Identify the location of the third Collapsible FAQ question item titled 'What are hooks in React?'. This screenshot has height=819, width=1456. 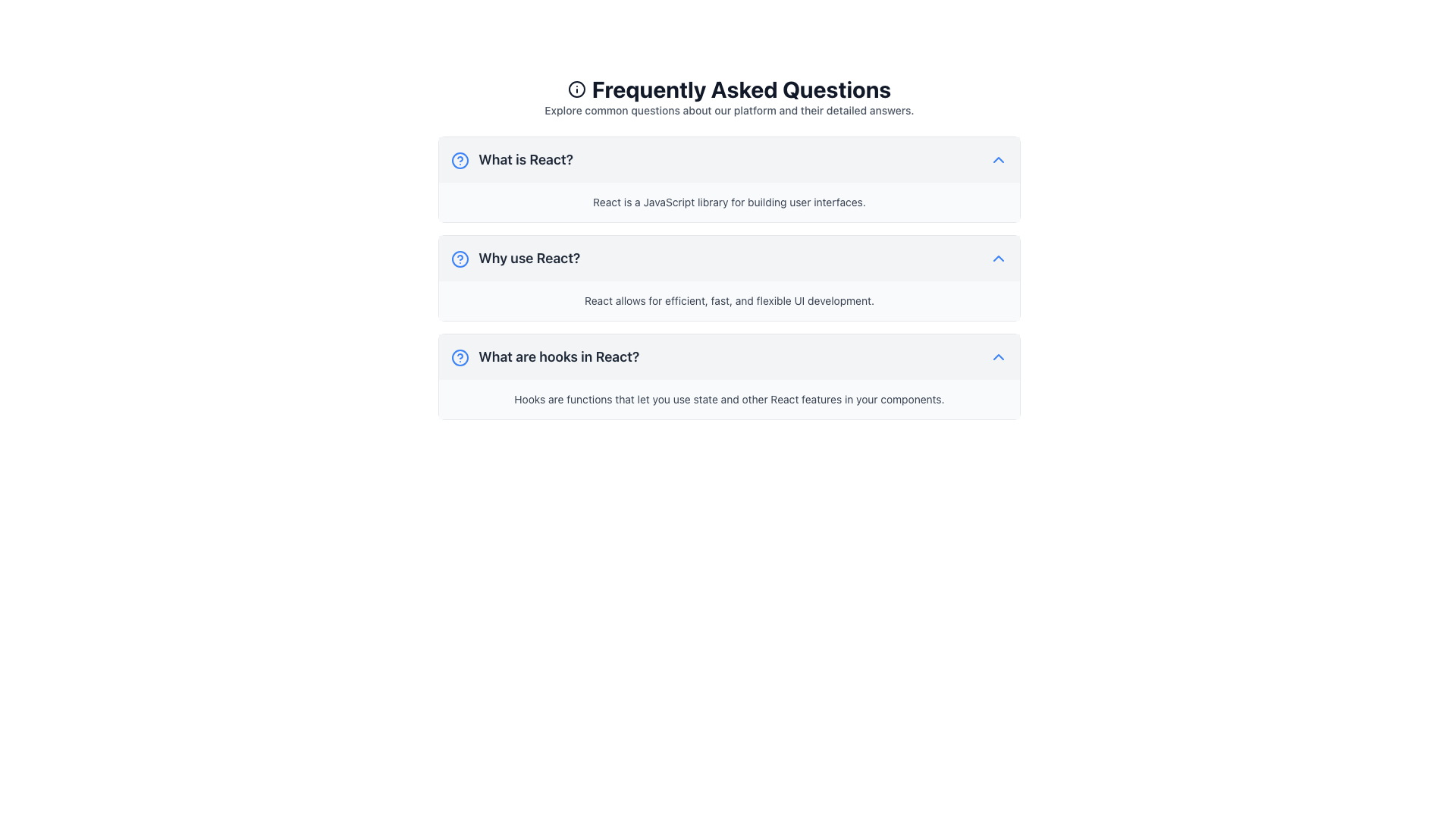
(729, 356).